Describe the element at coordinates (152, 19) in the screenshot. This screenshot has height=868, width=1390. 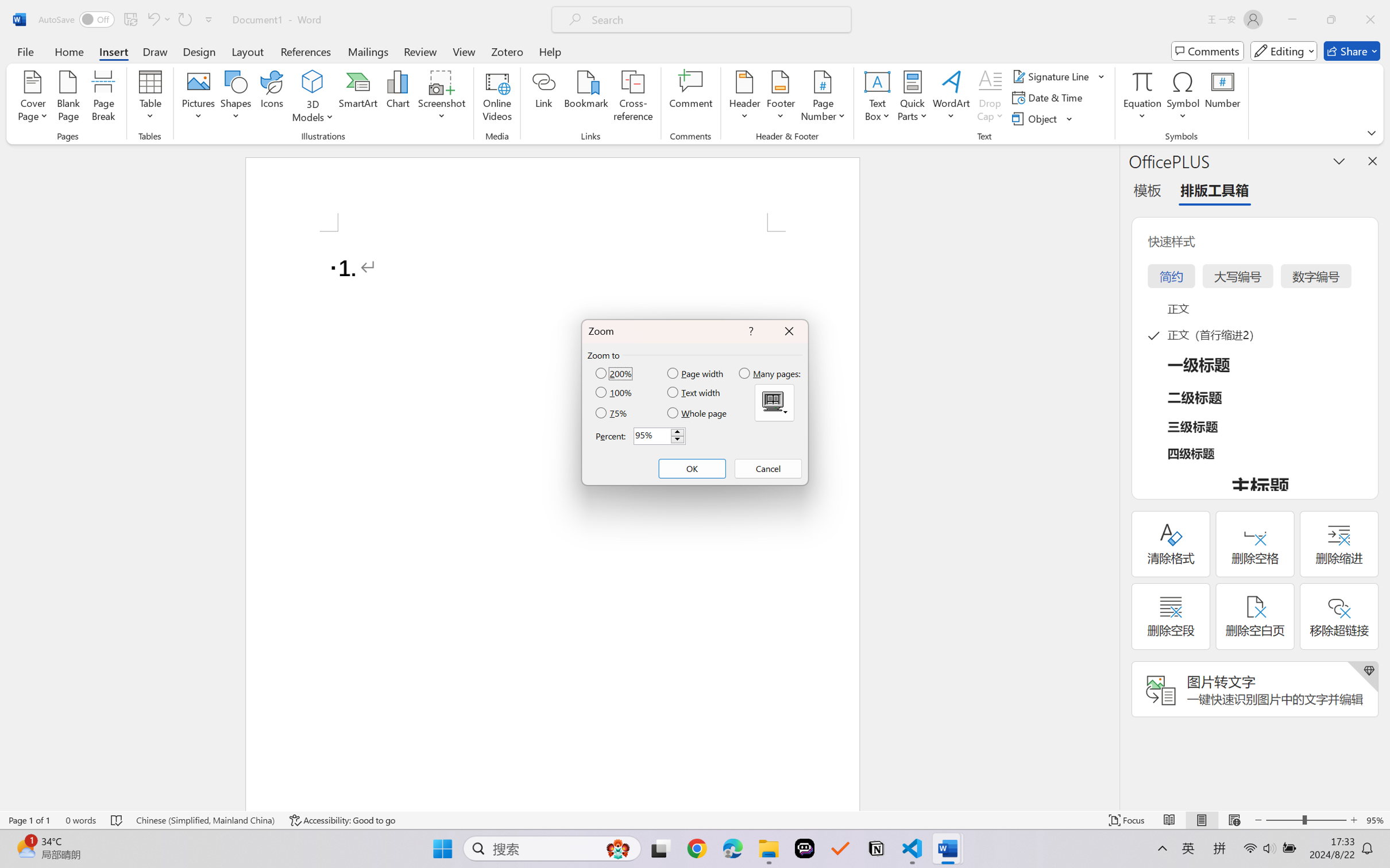
I see `'Undo Number Default'` at that location.